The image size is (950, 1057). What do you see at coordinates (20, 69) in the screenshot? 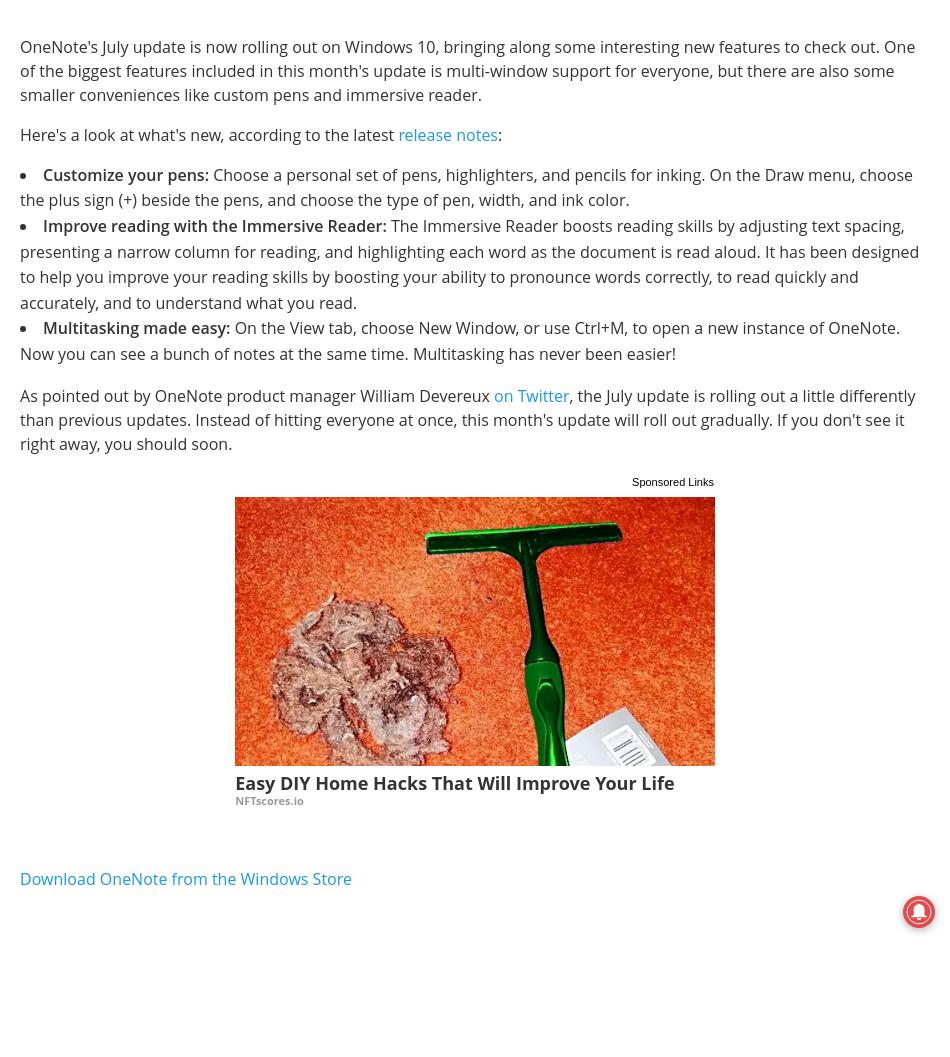
I see `'OneNote's July update is now rolling out on Windows 10, bringing along some interesting new features to check out. One of the biggest features included in this month's update is multi-window support for everyone, but there are also some smaller conveniences like custom pens and immersive reader.'` at bounding box center [20, 69].